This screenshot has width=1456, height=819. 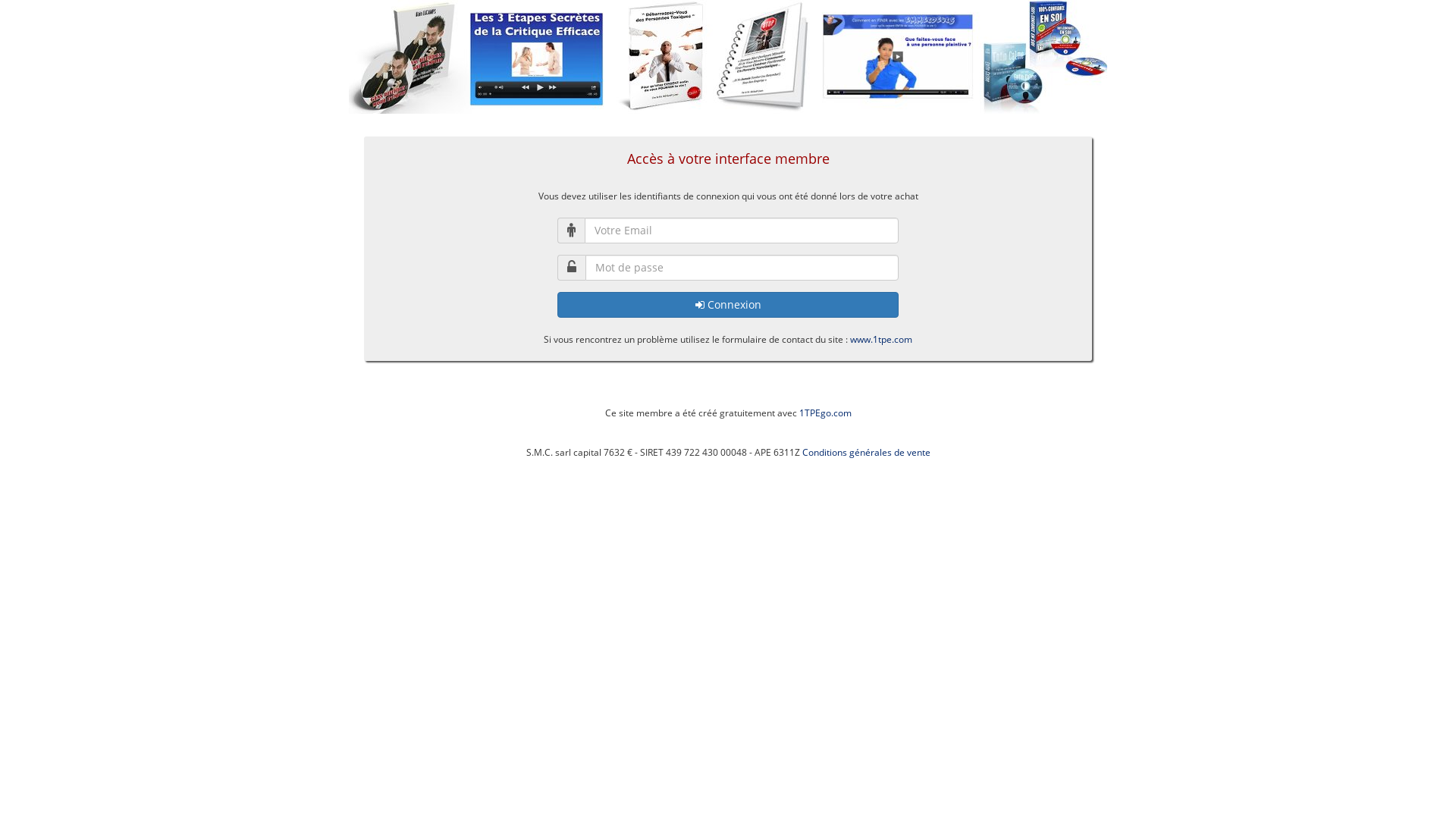 I want to click on 'Connexion', so click(x=728, y=304).